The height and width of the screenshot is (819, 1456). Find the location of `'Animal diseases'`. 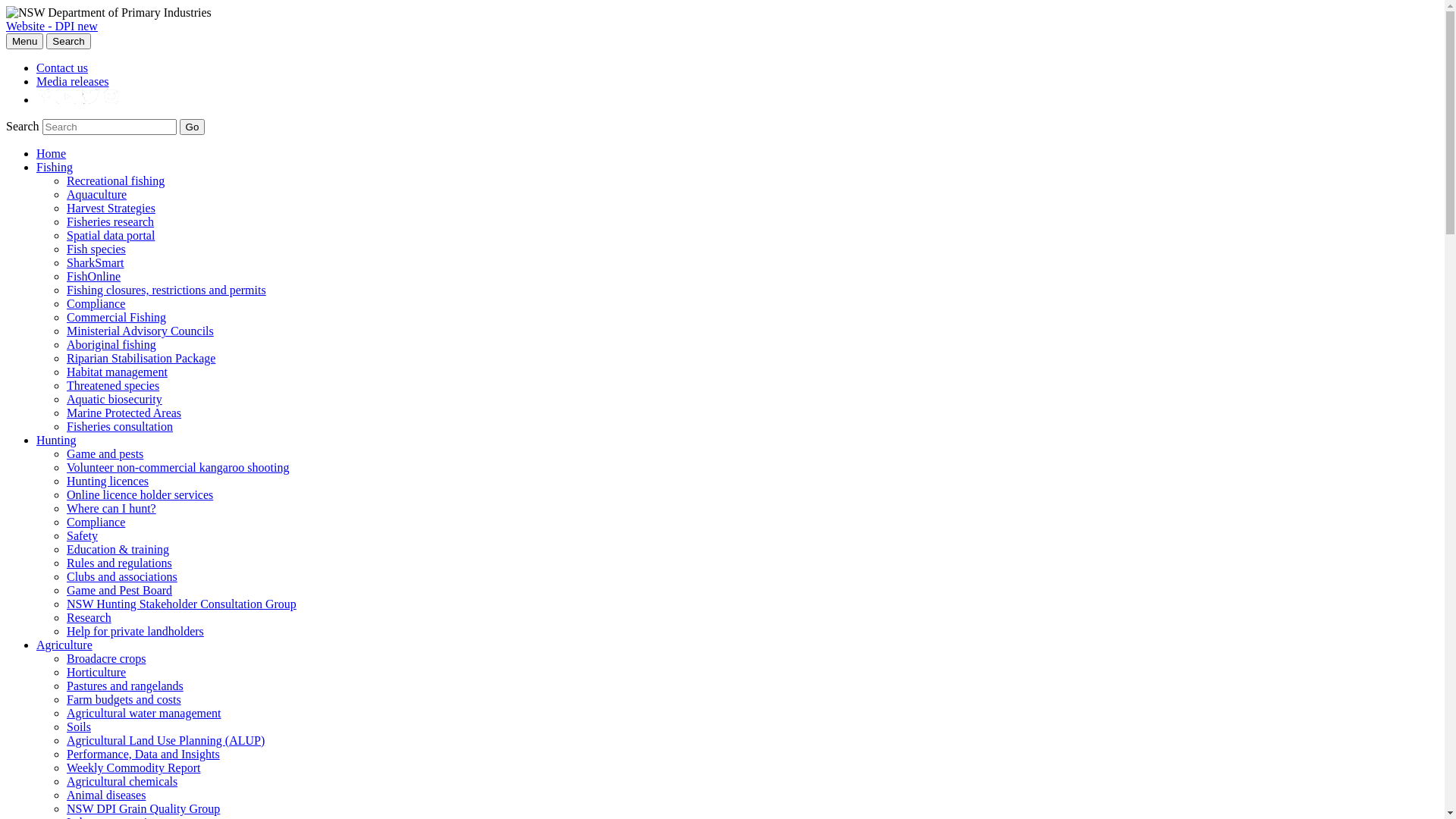

'Animal diseases' is located at coordinates (105, 794).